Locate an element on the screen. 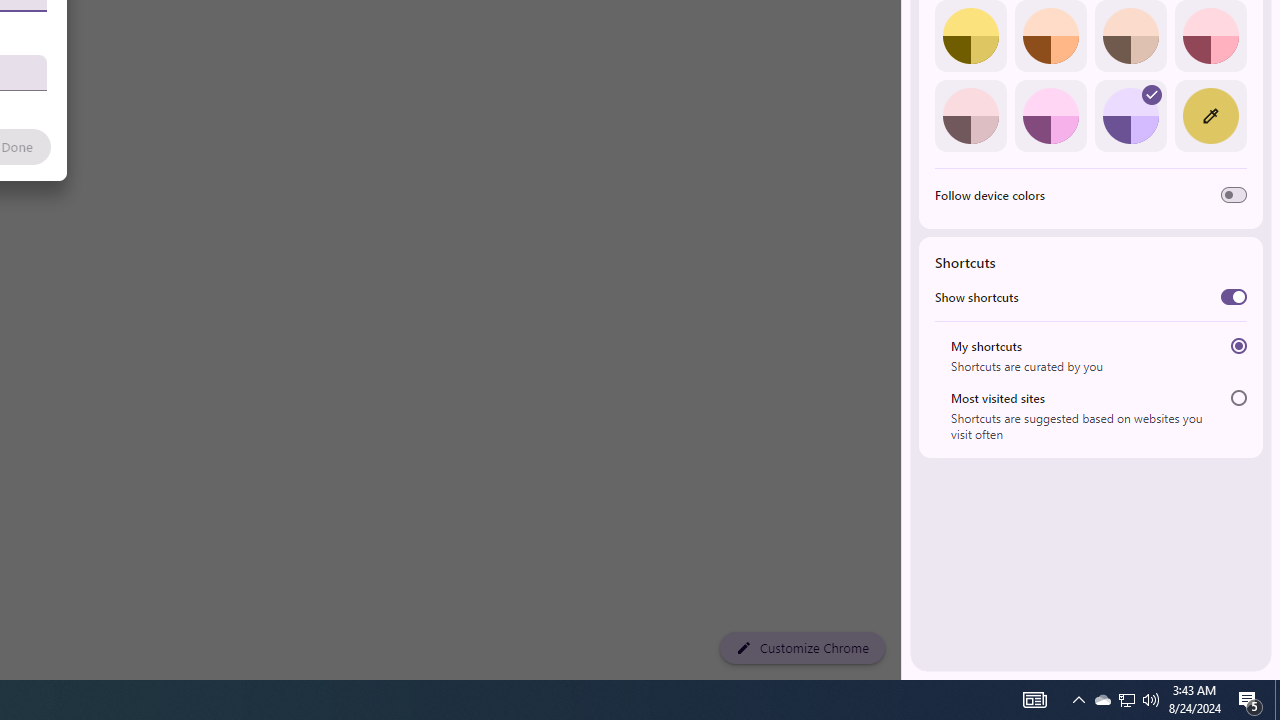 Image resolution: width=1280 pixels, height=720 pixels. 'Most visited sites' is located at coordinates (1238, 398).